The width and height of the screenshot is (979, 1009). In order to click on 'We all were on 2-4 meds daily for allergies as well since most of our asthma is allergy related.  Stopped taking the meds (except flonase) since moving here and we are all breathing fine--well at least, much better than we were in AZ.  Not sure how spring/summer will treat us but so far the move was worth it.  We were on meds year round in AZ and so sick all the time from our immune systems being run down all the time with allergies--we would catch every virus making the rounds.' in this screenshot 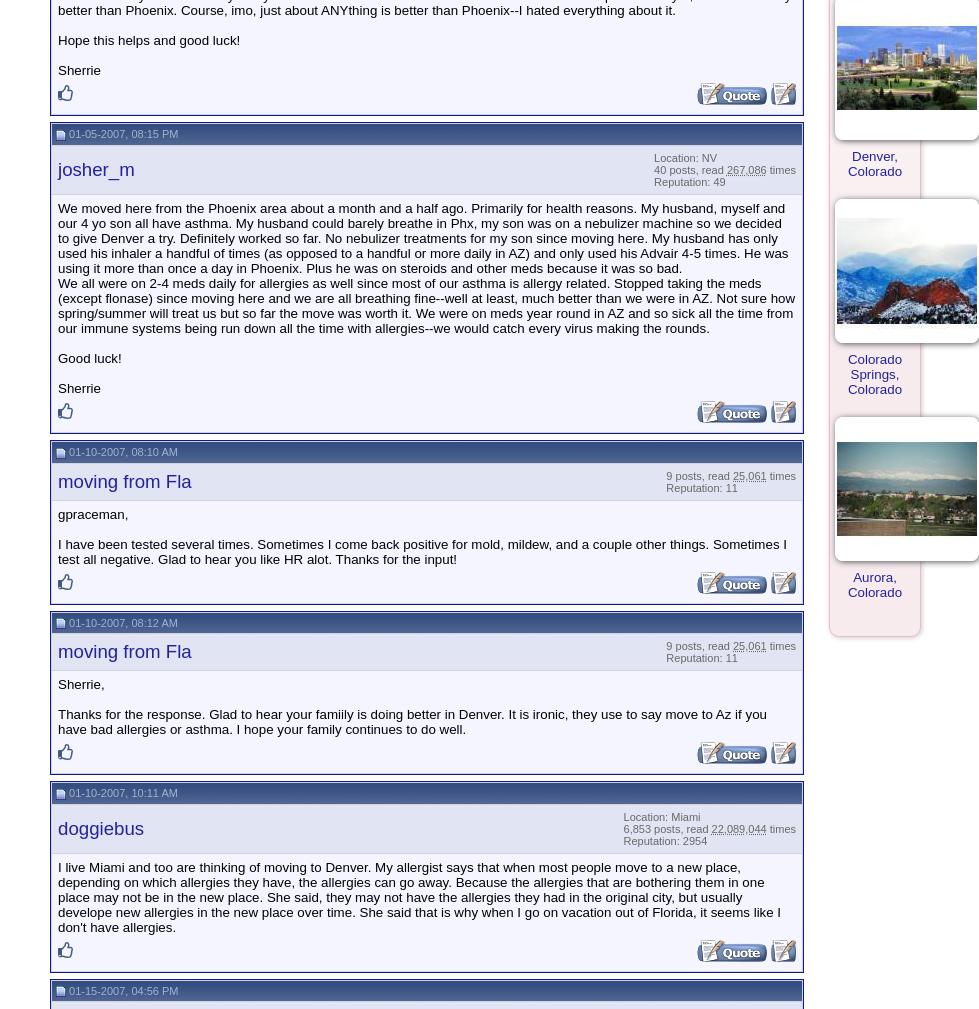, I will do `click(57, 304)`.